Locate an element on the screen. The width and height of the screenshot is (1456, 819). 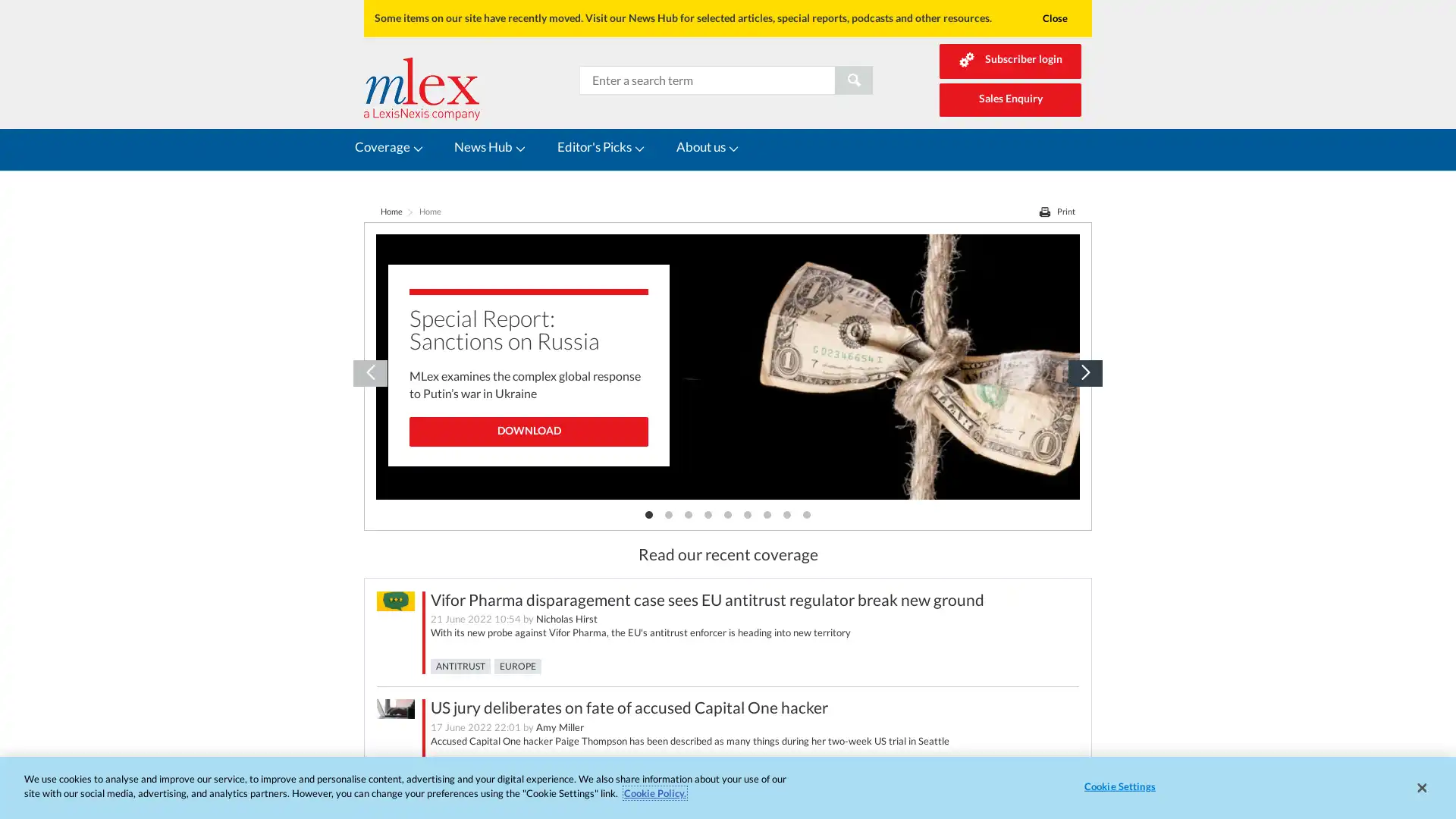
Cookie Settings is located at coordinates (1116, 786).